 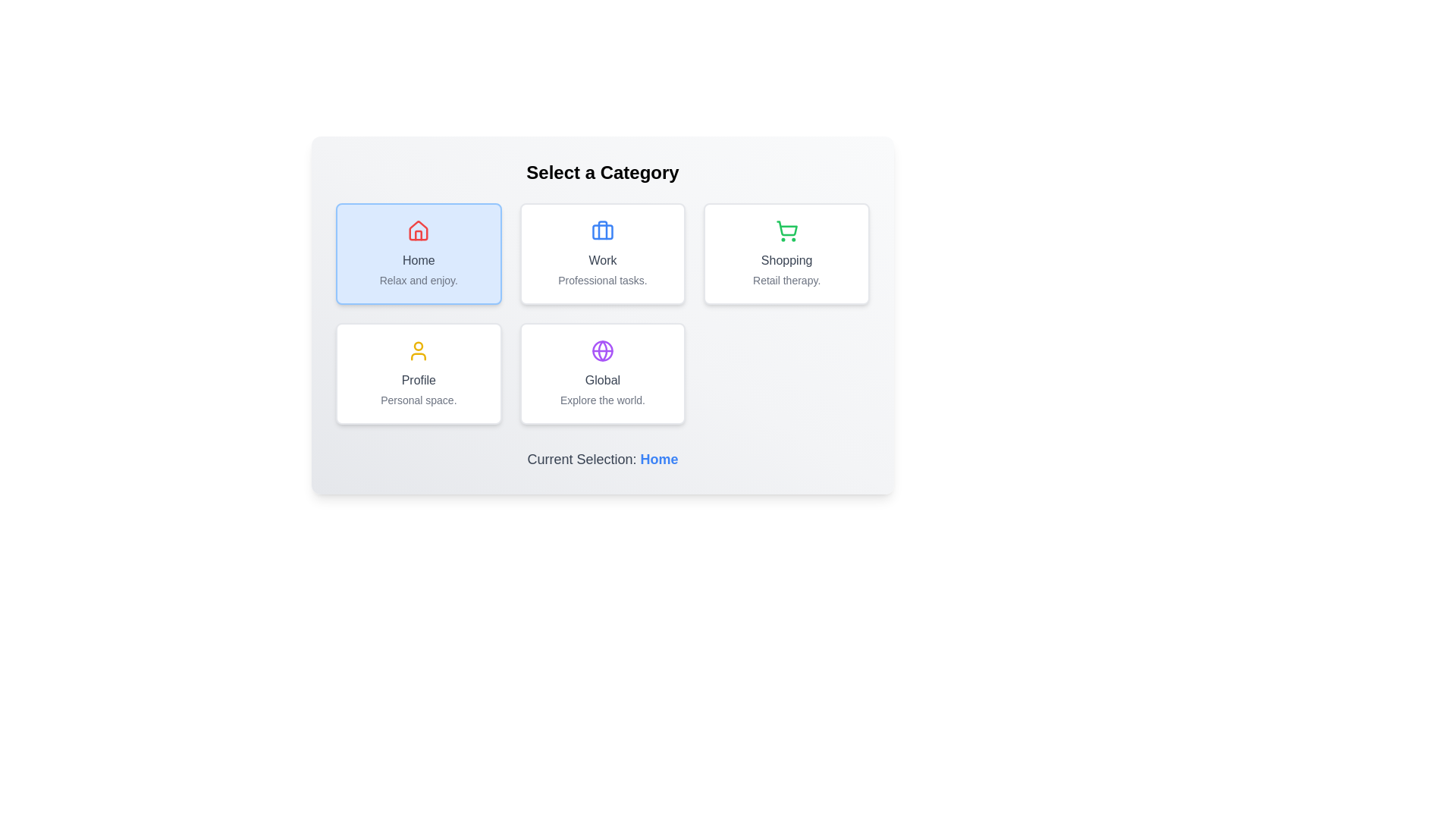 I want to click on the category button for Shopping, so click(x=786, y=253).